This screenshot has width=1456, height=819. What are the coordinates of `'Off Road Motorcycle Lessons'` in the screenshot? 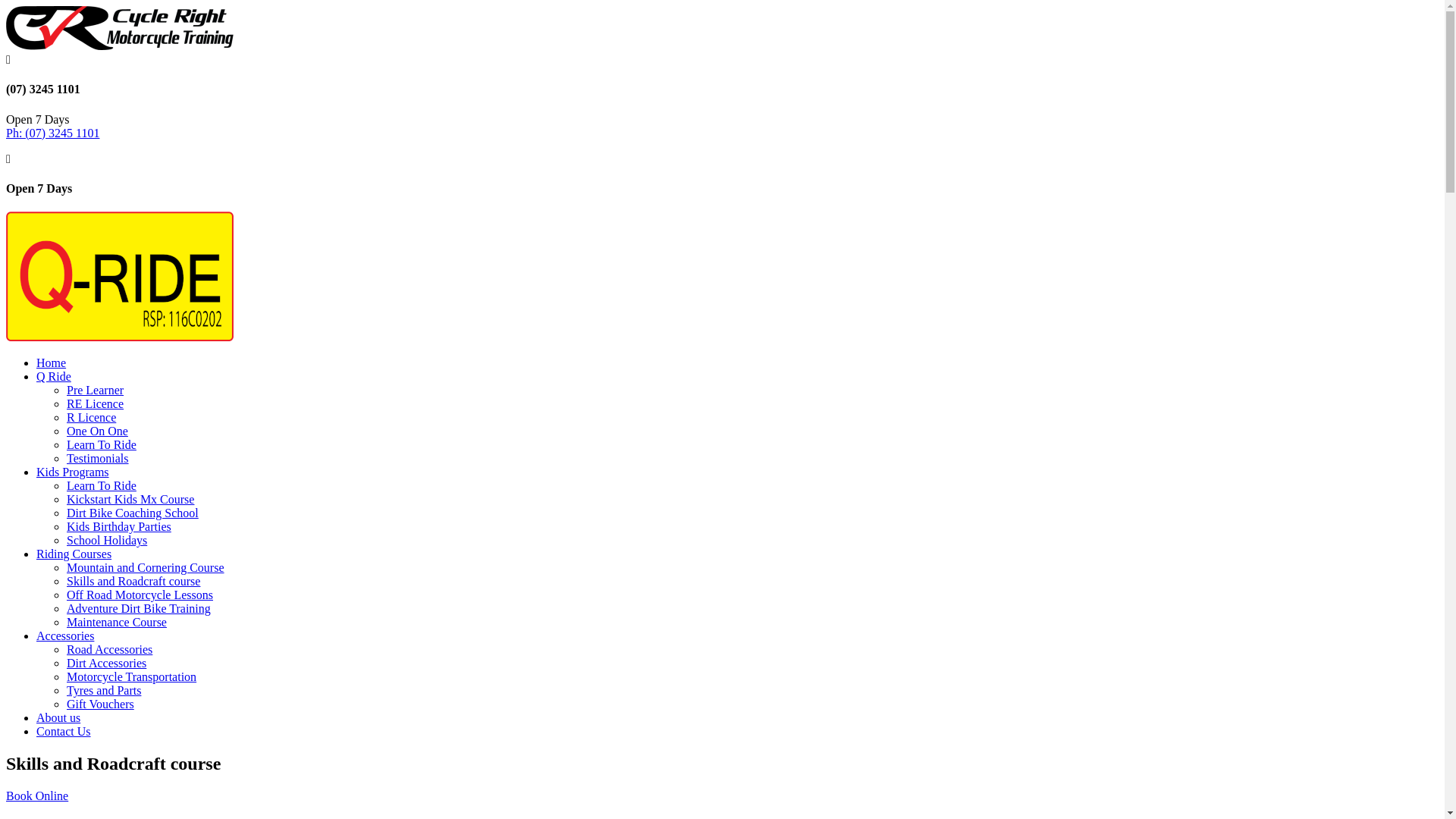 It's located at (140, 594).